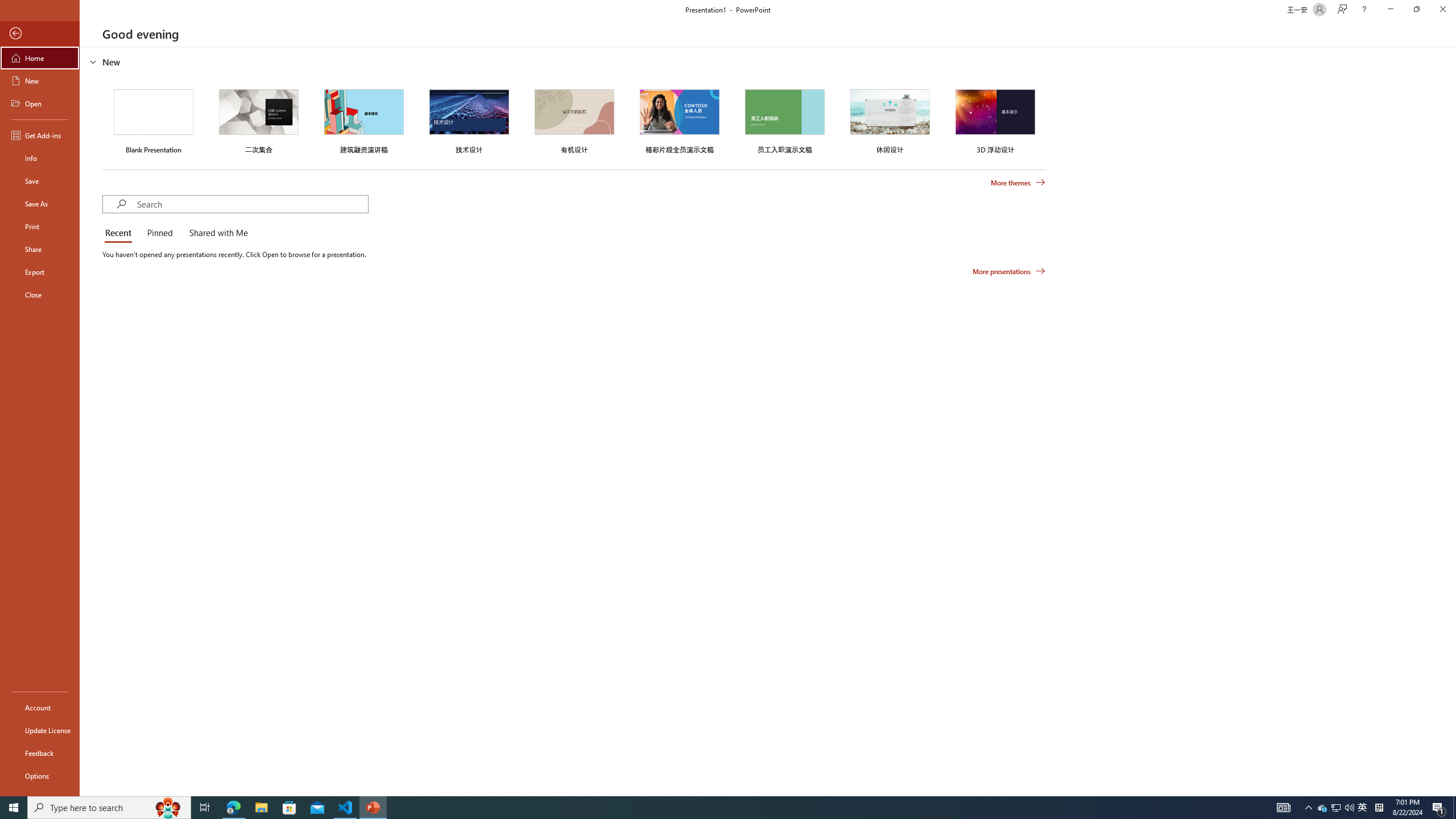  I want to click on 'Close', so click(39, 294).